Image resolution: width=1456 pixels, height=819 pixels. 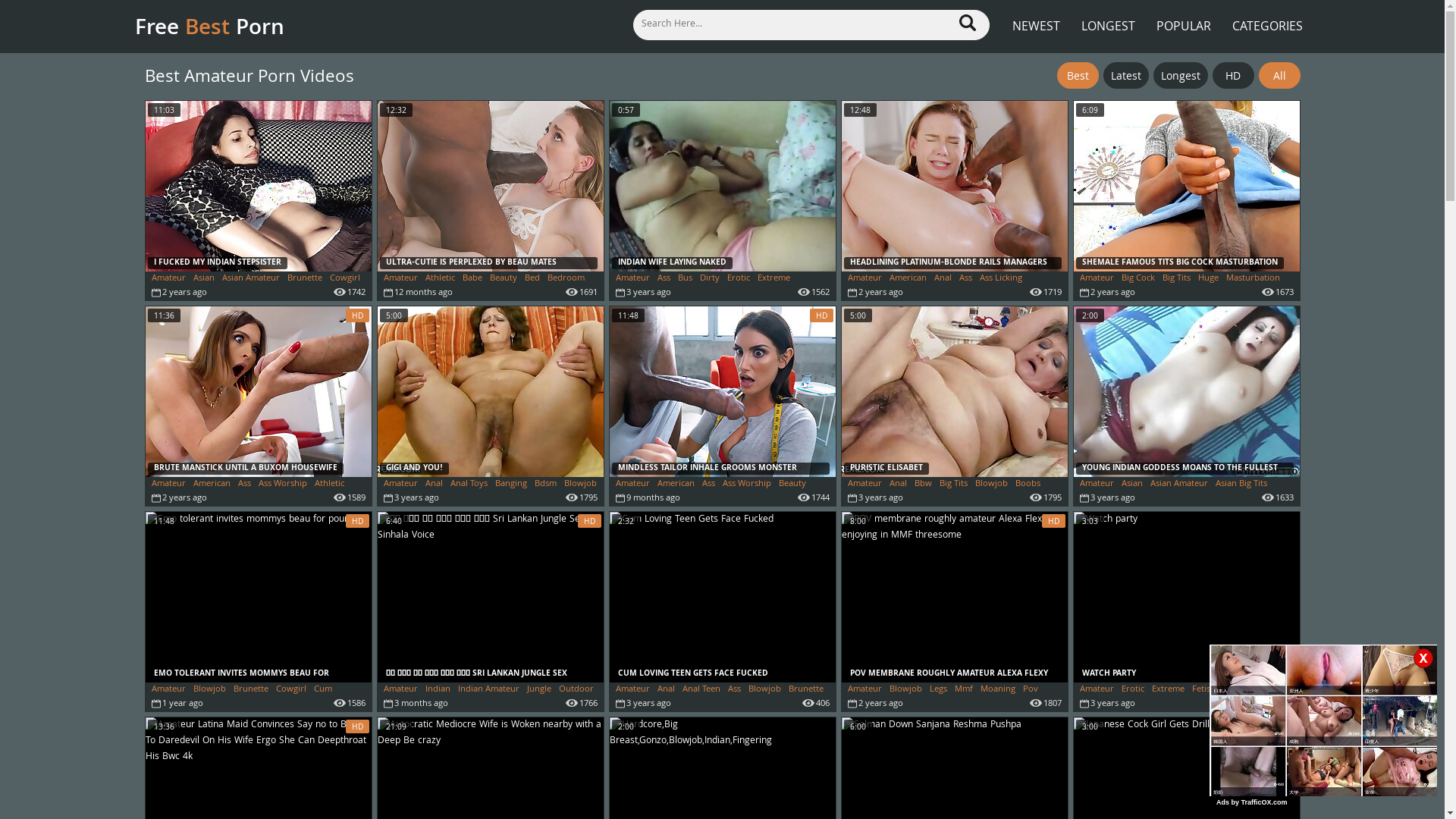 I want to click on 'Fetish', so click(x=1203, y=689).